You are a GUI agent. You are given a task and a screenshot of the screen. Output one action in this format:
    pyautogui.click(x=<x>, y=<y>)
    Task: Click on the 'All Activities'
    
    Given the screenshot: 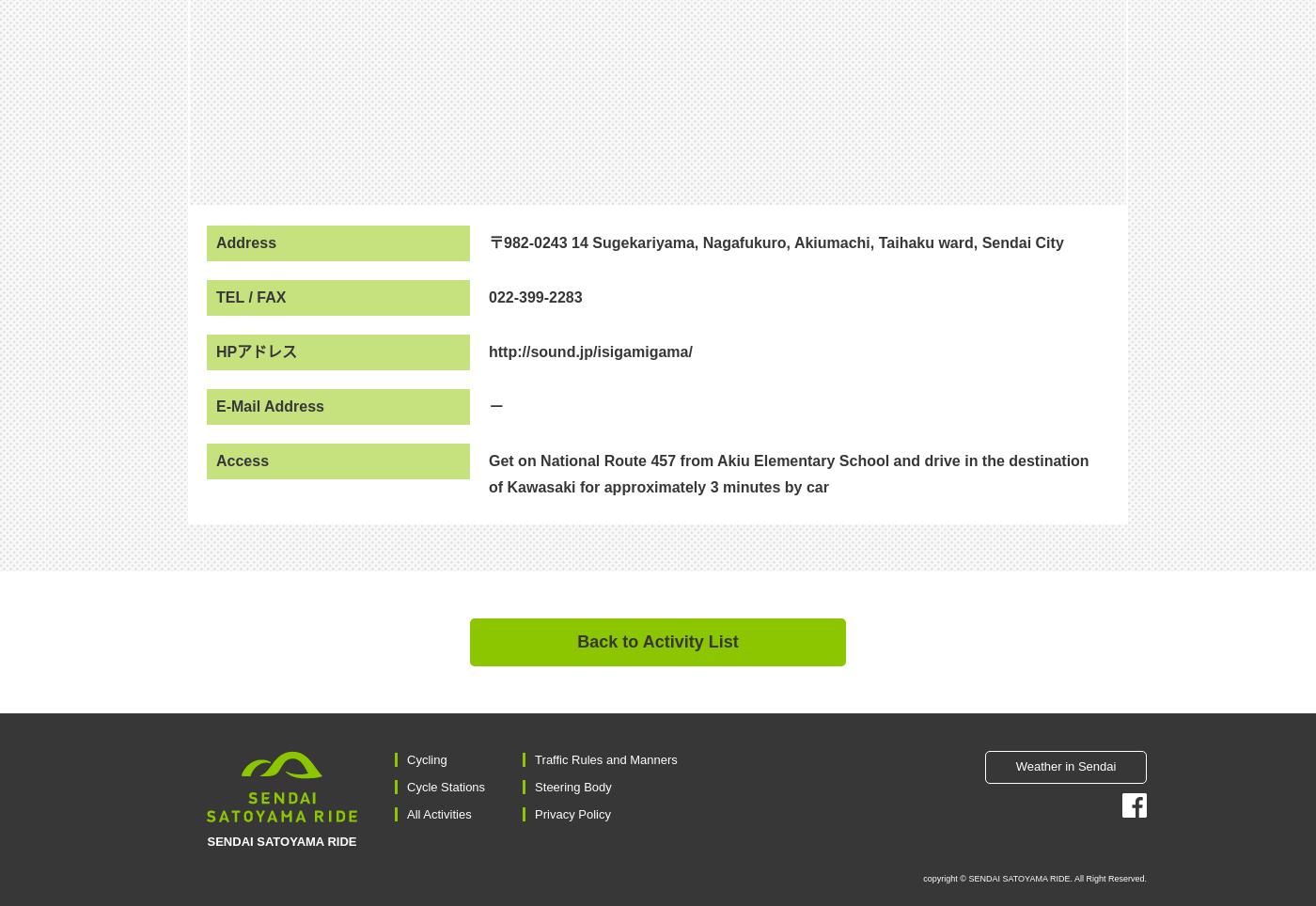 What is the action you would take?
    pyautogui.click(x=439, y=814)
    